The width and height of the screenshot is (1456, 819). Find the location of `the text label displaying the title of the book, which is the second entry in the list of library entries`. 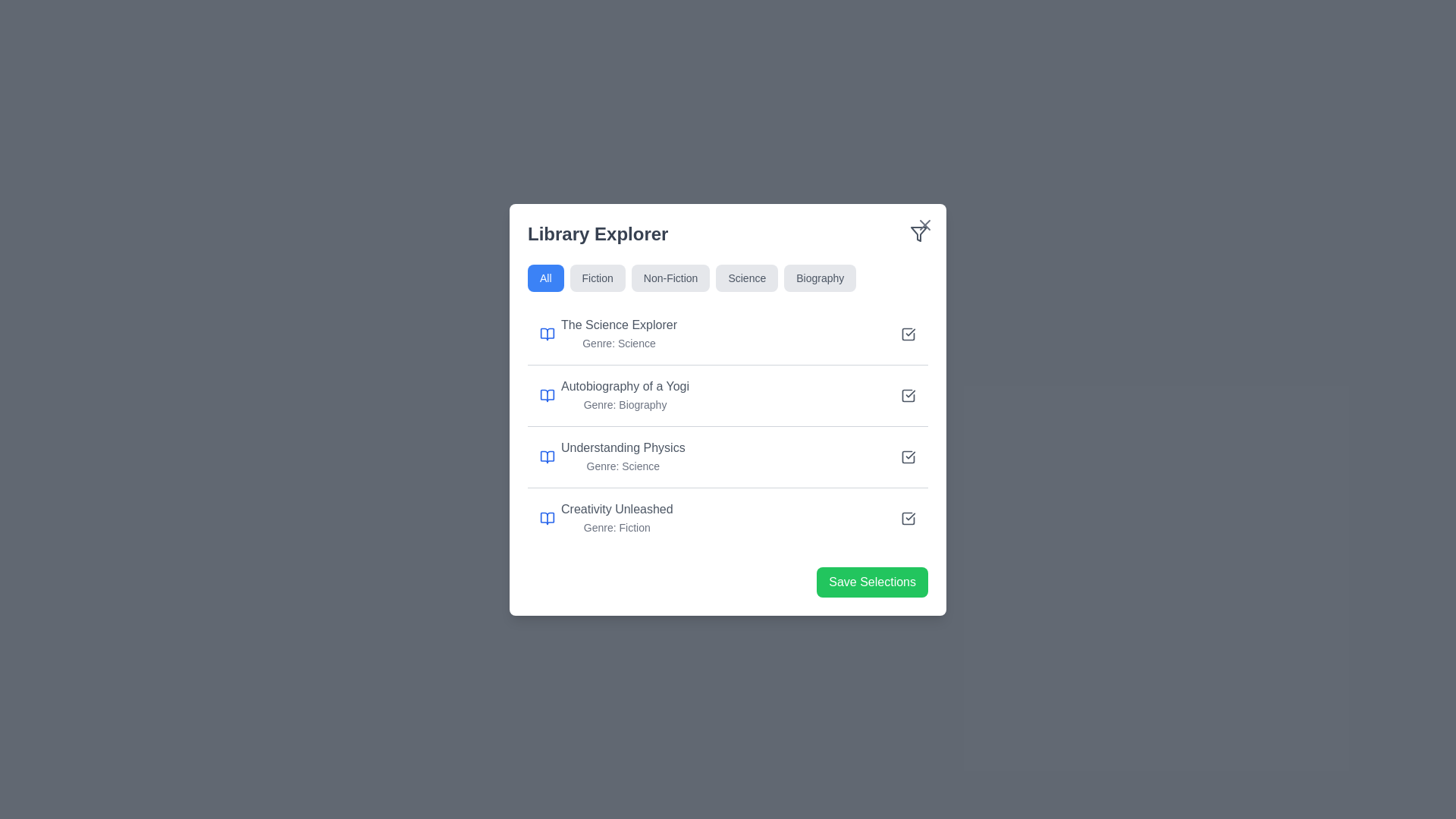

the text label displaying the title of the book, which is the second entry in the list of library entries is located at coordinates (625, 385).